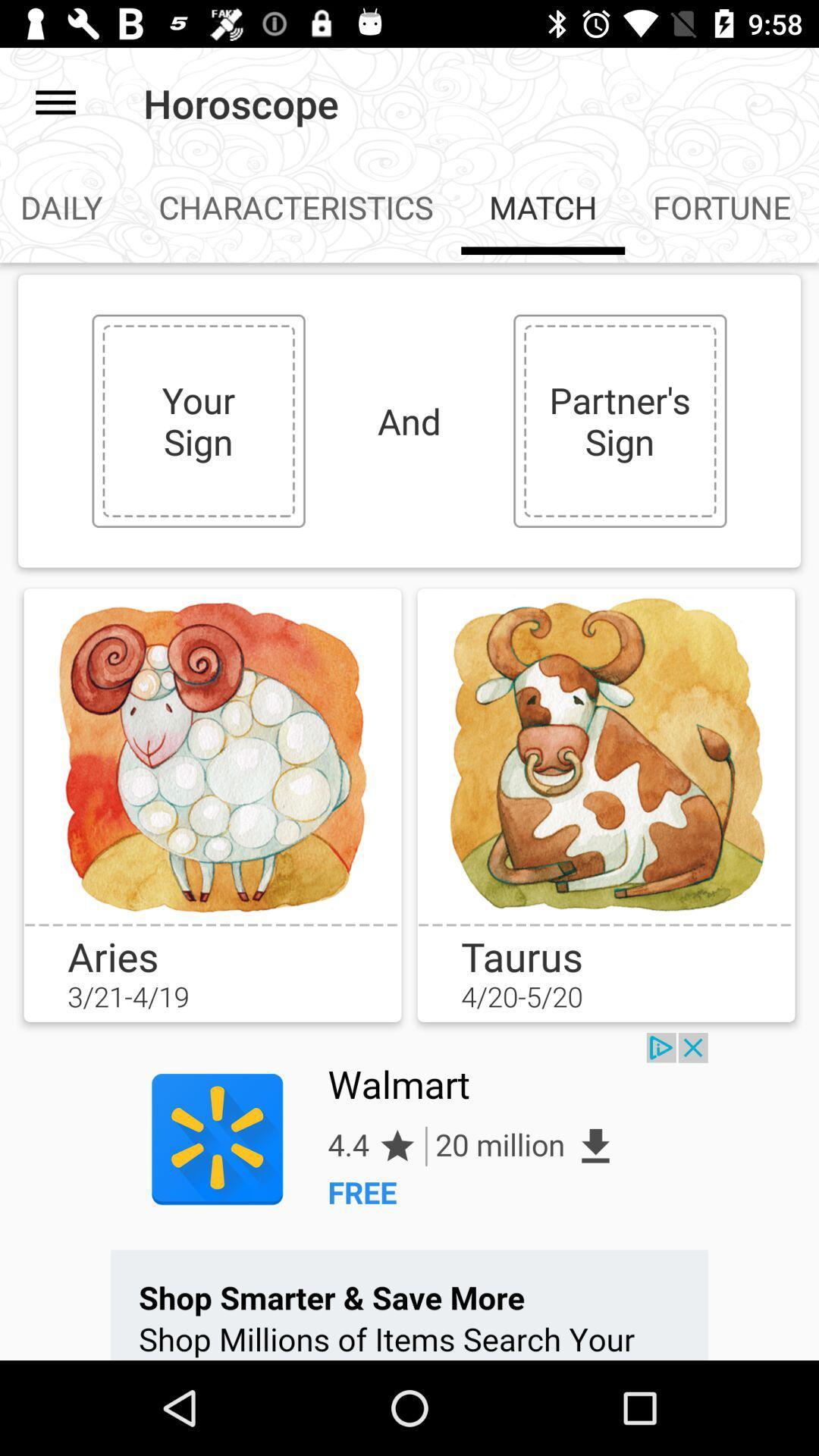 The height and width of the screenshot is (1456, 819). What do you see at coordinates (605, 755) in the screenshot?
I see `choose your option` at bounding box center [605, 755].